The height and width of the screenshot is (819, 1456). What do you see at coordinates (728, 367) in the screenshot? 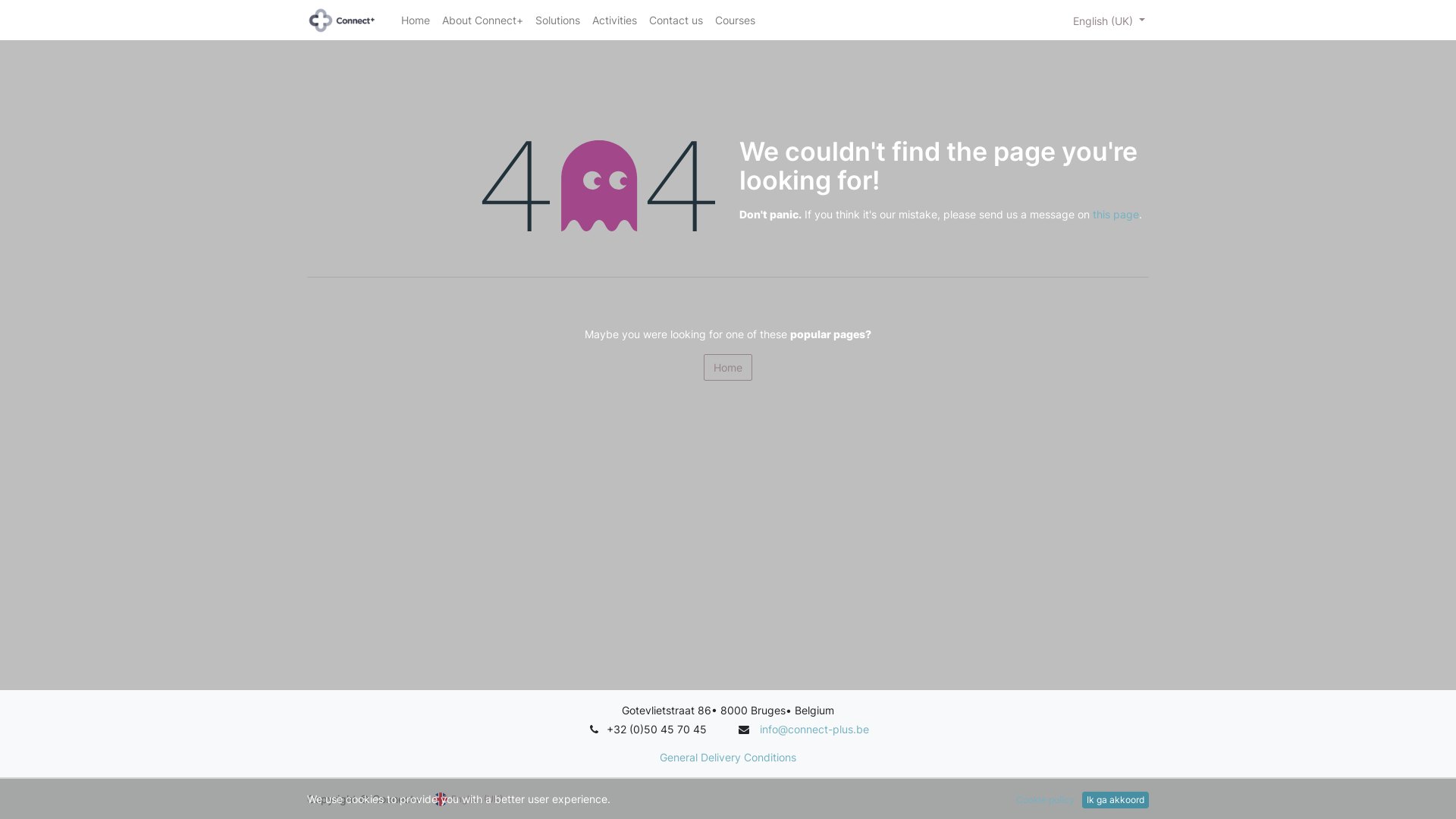
I see `'Home'` at bounding box center [728, 367].